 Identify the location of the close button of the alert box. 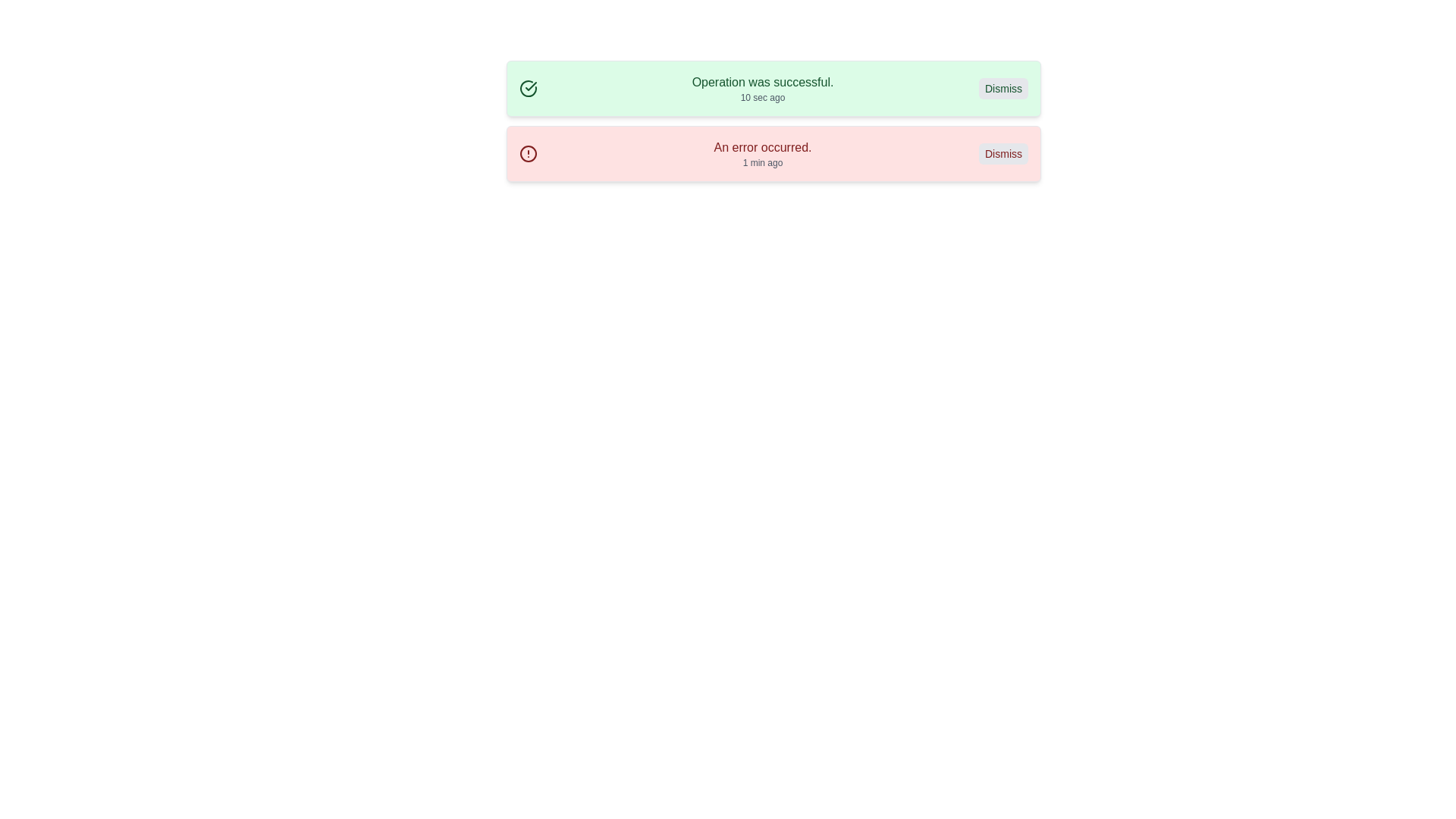
(1003, 154).